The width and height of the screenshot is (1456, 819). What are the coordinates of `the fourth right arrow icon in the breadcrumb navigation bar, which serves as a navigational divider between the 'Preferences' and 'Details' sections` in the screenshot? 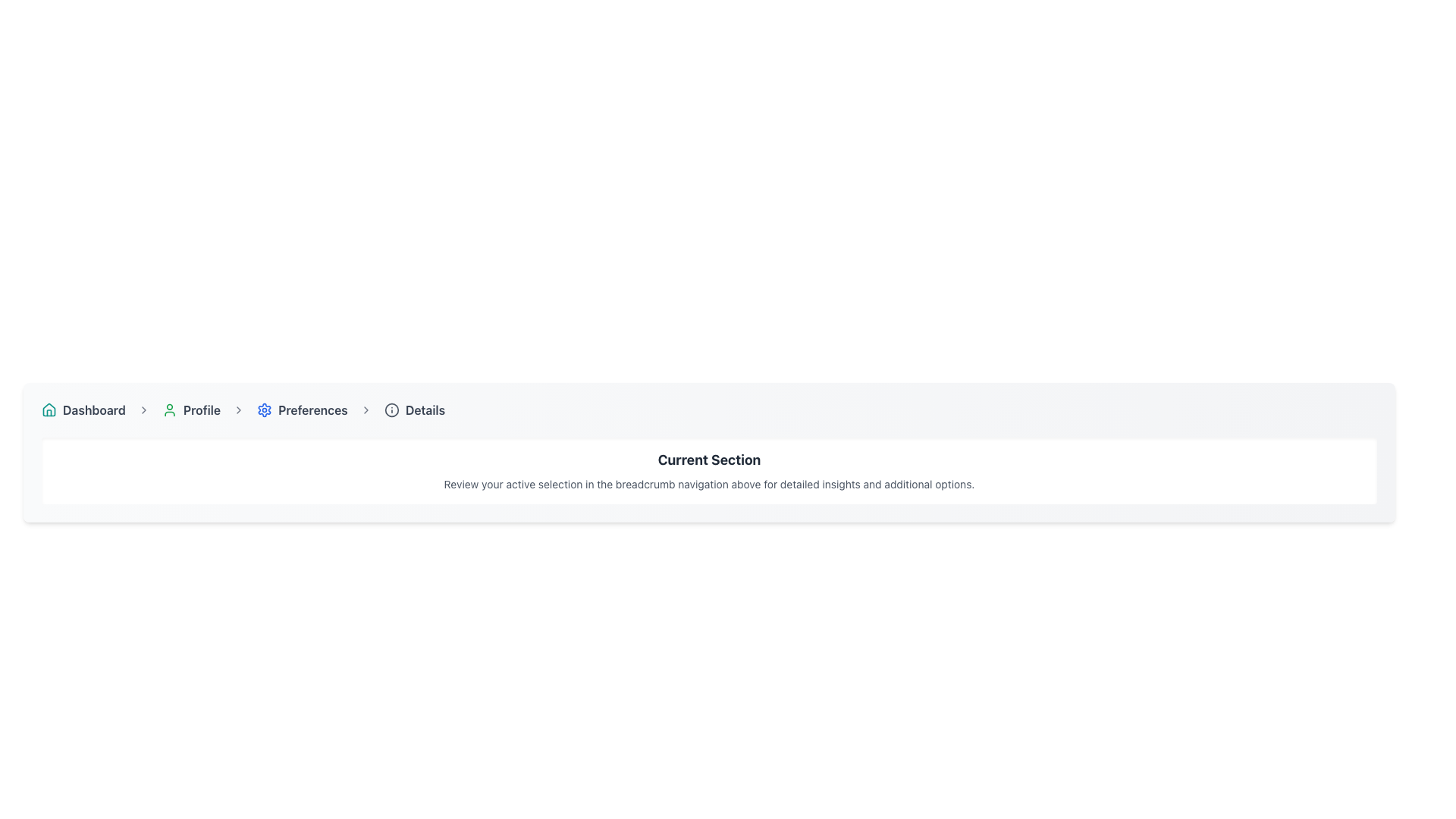 It's located at (366, 409).